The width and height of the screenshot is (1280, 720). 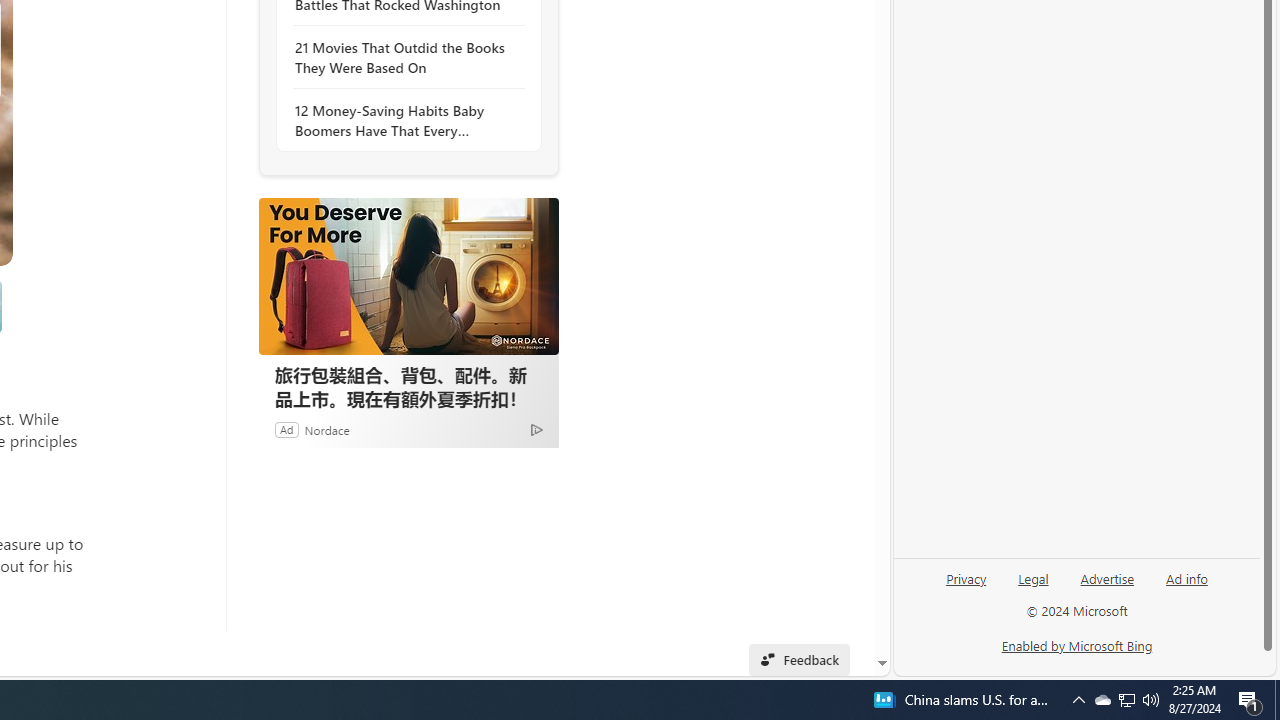 I want to click on 'Ad info', so click(x=1186, y=585).